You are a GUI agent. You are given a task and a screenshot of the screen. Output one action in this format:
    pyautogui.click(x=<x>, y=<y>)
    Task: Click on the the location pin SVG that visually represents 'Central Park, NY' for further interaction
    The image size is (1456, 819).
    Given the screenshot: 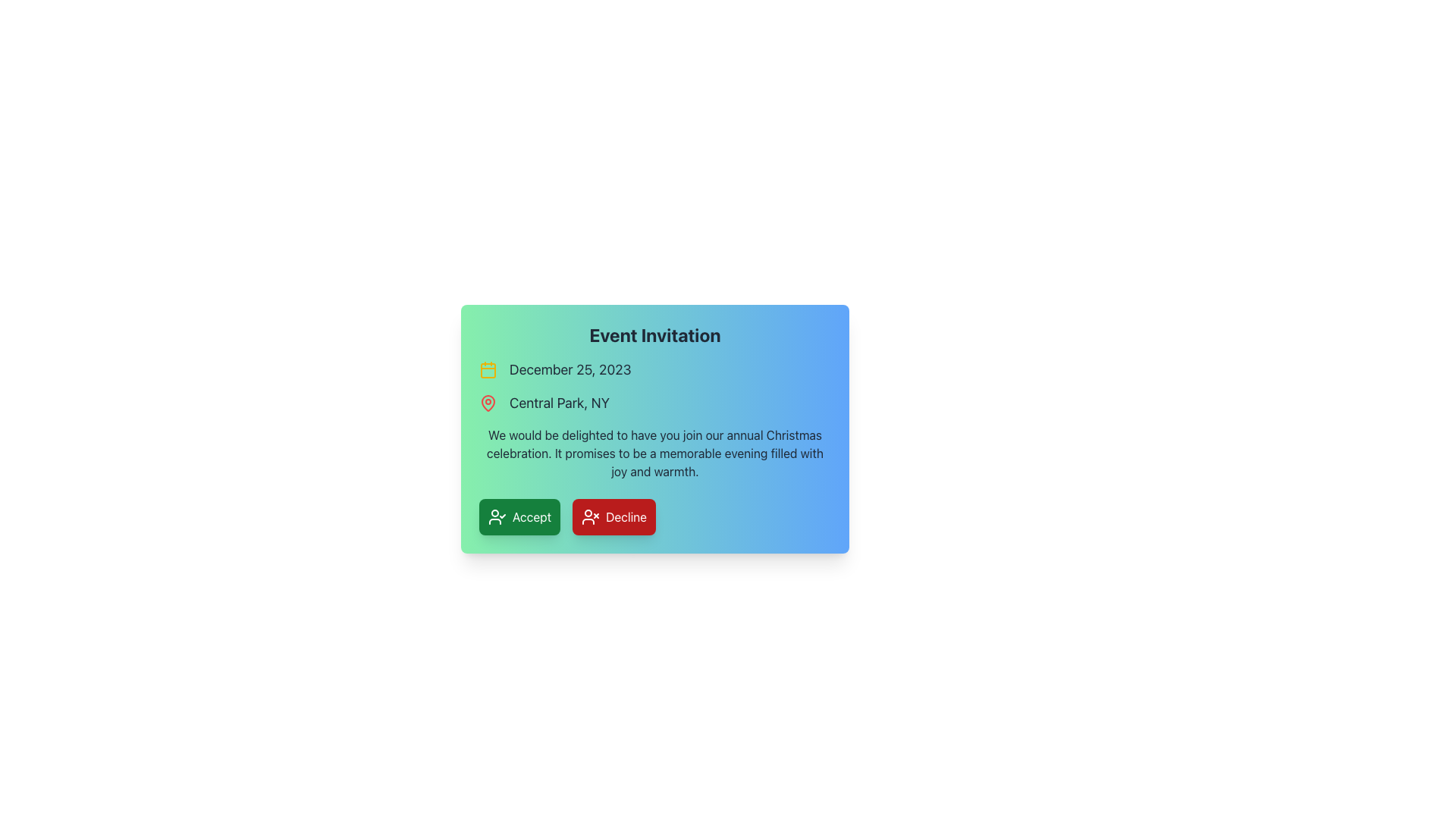 What is the action you would take?
    pyautogui.click(x=488, y=402)
    